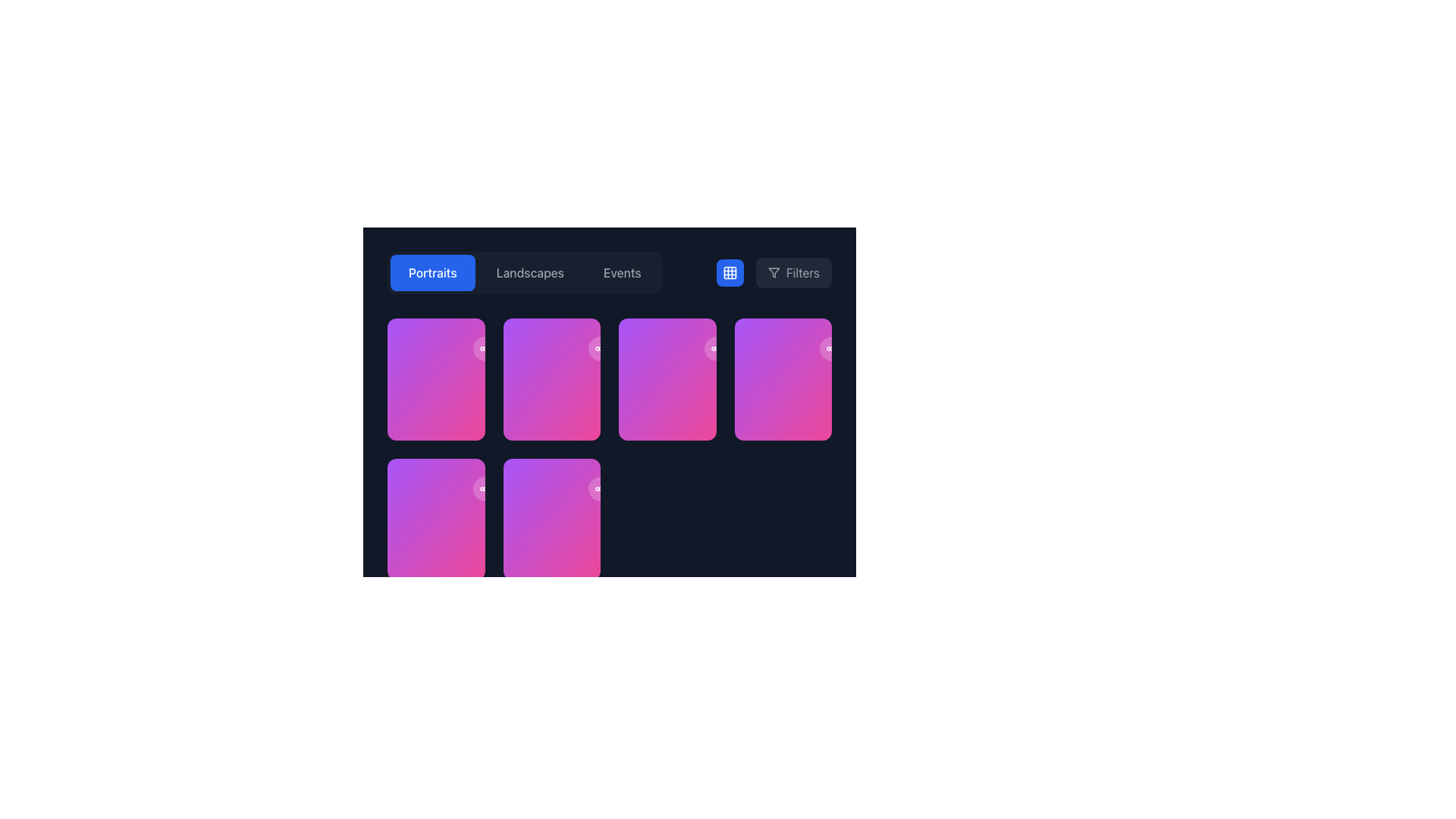 The width and height of the screenshot is (1456, 819). What do you see at coordinates (435, 378) in the screenshot?
I see `the interactive card located in the first row and first column of the grid layout` at bounding box center [435, 378].